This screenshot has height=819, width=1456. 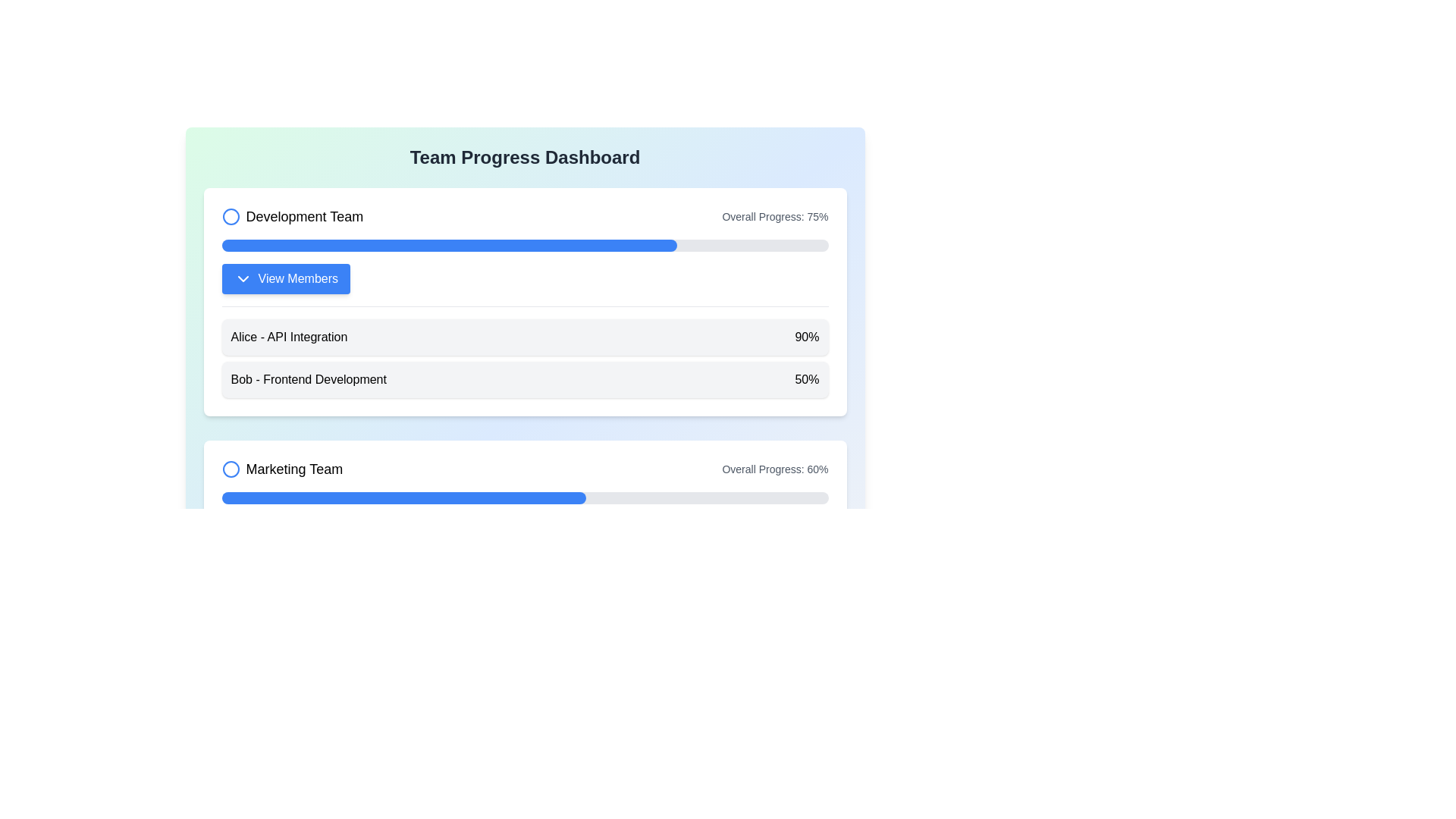 What do you see at coordinates (294, 468) in the screenshot?
I see `the 'Marketing Team' text label to interact with it, which is displayed in a medium-size bold font adjacent to a blue circular icon` at bounding box center [294, 468].